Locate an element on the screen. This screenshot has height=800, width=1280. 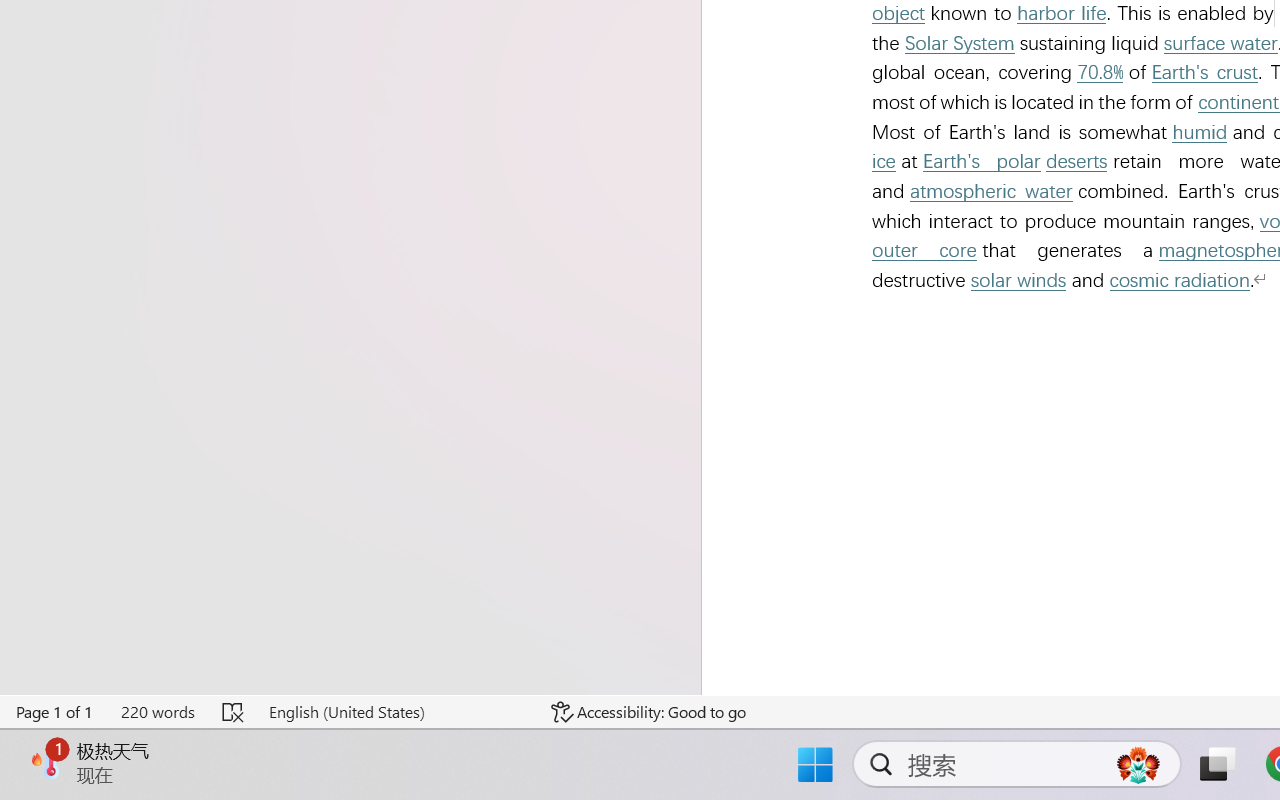
'Earth' is located at coordinates (981, 161).